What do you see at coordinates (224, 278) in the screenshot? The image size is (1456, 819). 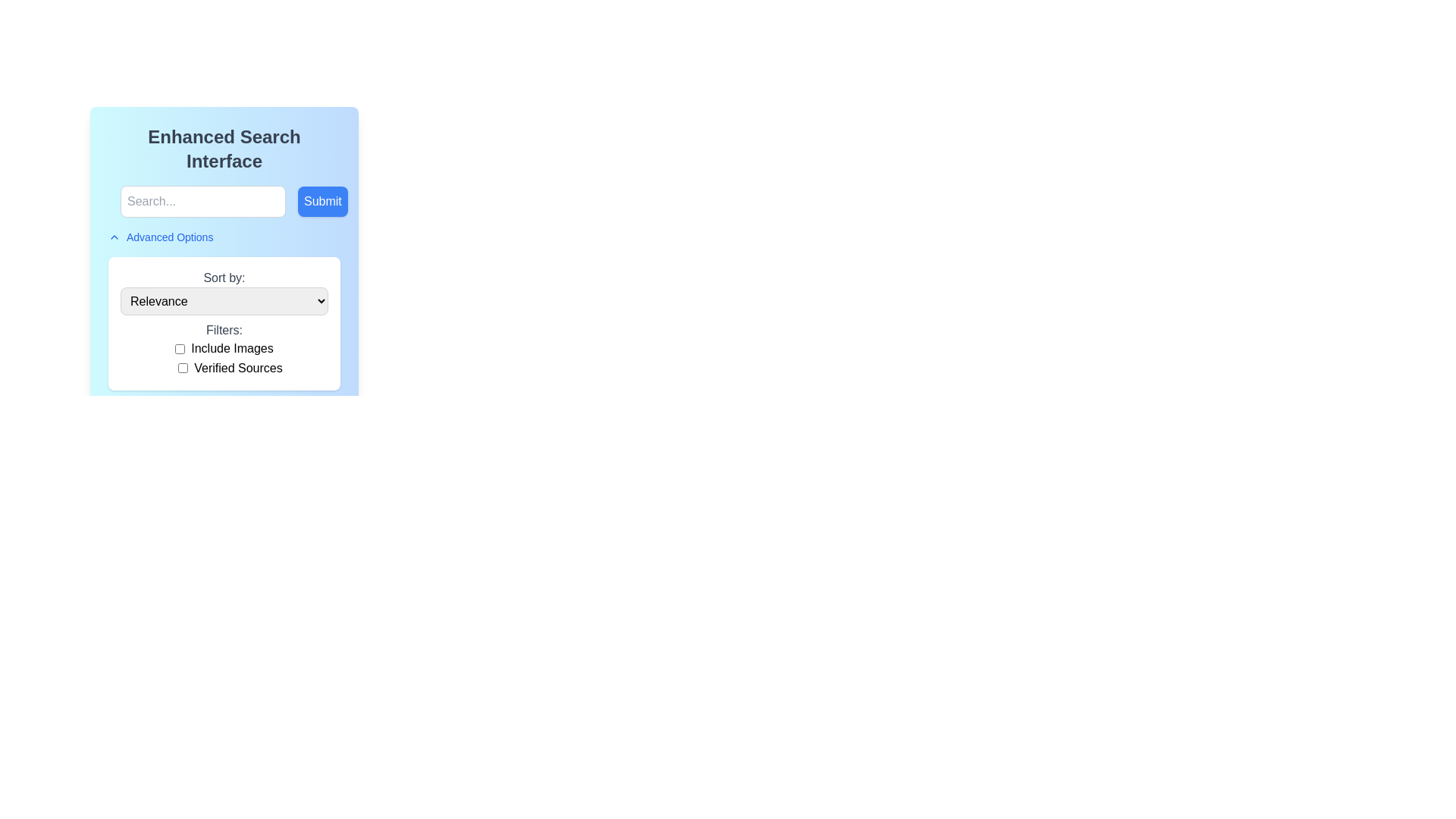 I see `the label that provides context to the dropdown menu for sorting options, located above the 'RelevanceDate' dropdown in the central sorting interface` at bounding box center [224, 278].